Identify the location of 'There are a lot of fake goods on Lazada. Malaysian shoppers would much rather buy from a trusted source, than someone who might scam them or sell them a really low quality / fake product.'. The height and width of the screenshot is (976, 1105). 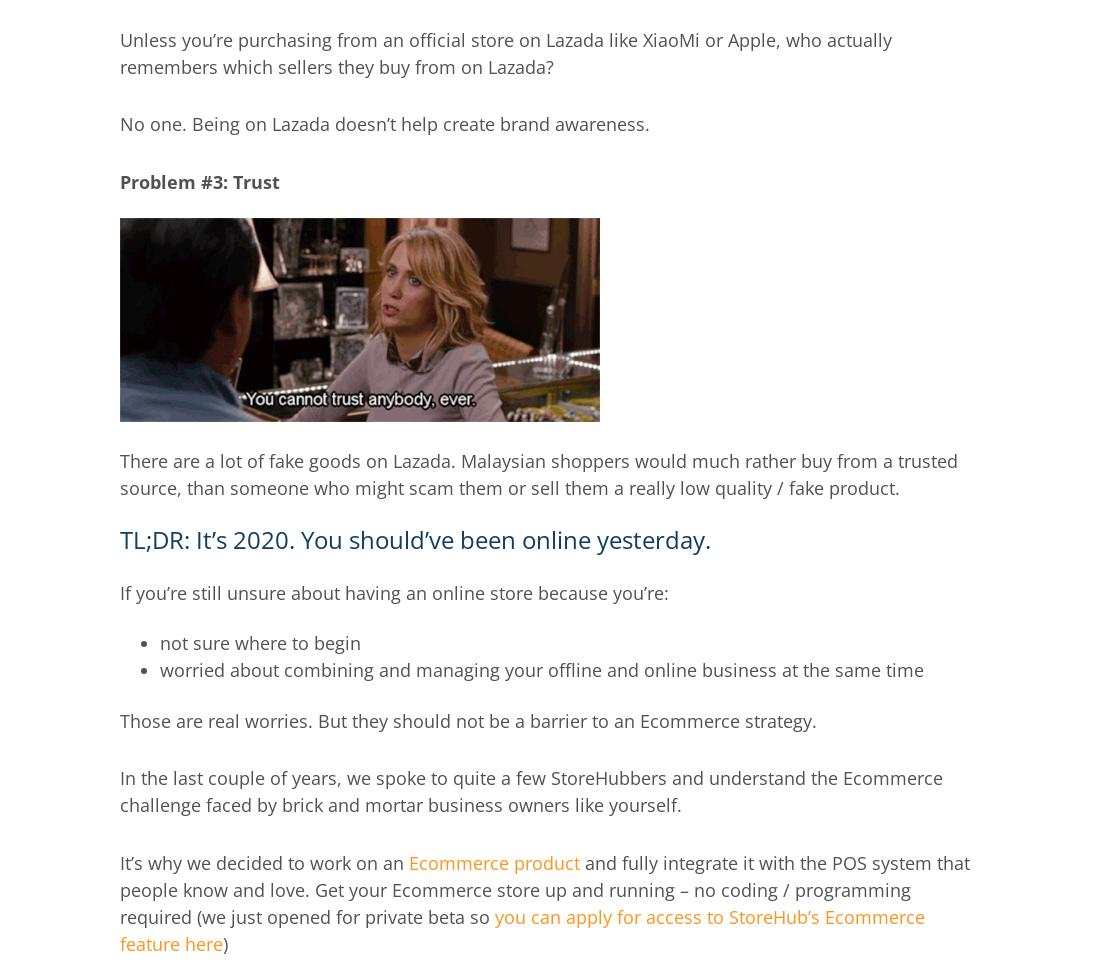
(538, 473).